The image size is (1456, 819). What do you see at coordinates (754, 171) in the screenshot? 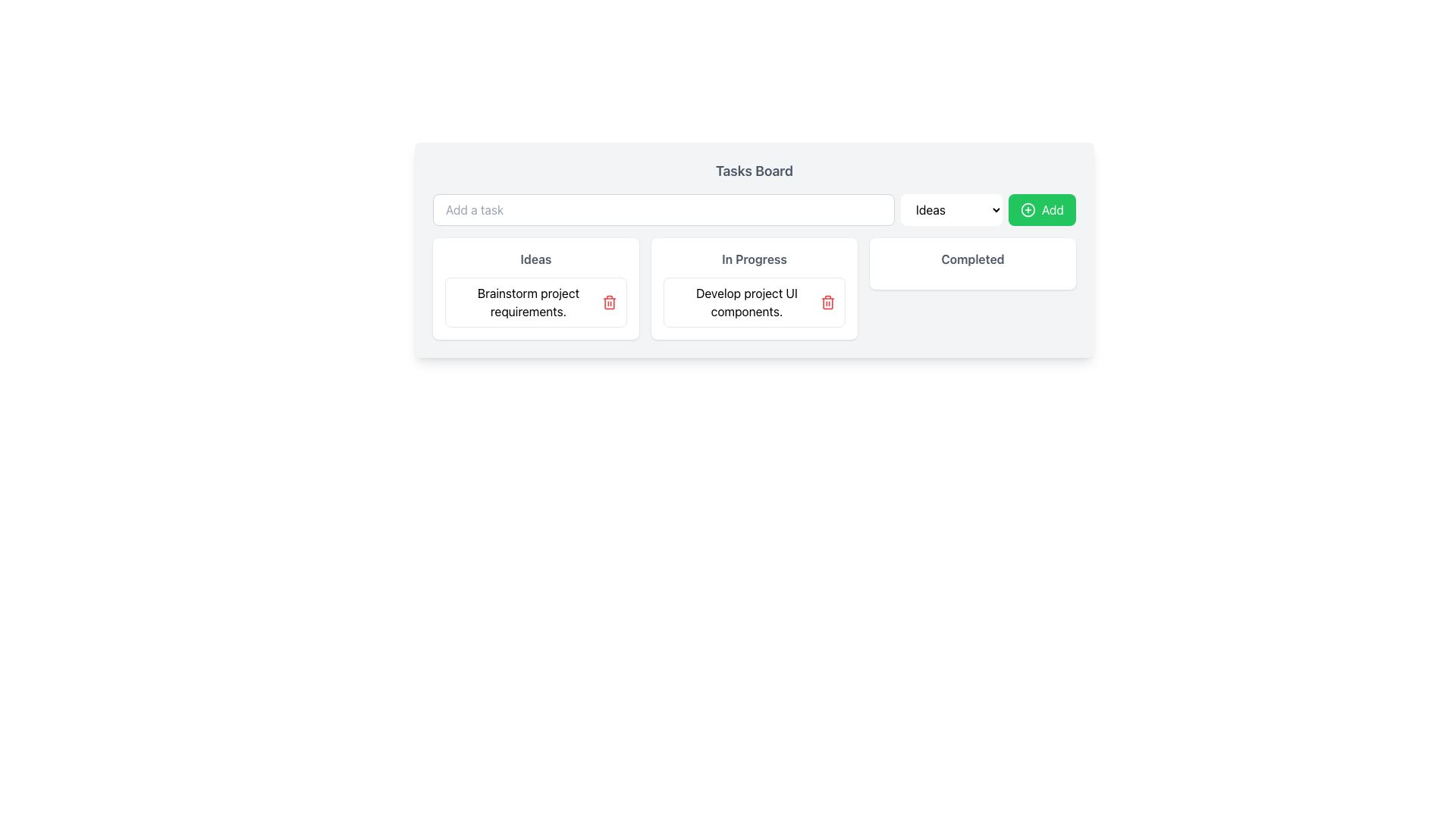
I see `text label that serves as the title for the 'Tasks Board' section, located at the top center of its containing section` at bounding box center [754, 171].